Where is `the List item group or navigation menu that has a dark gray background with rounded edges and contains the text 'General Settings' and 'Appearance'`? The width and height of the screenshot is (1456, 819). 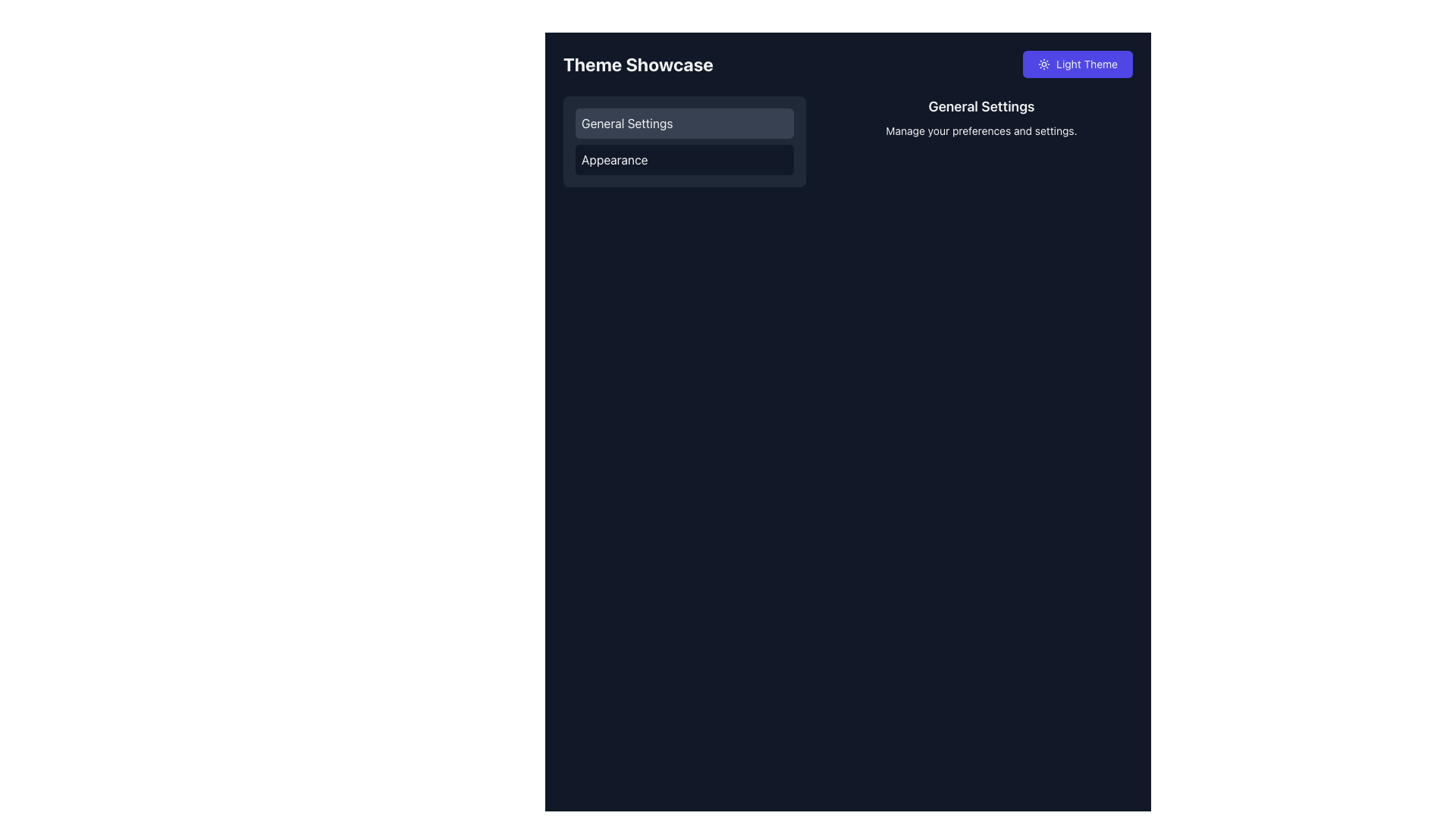 the List item group or navigation menu that has a dark gray background with rounded edges and contains the text 'General Settings' and 'Appearance' is located at coordinates (683, 141).